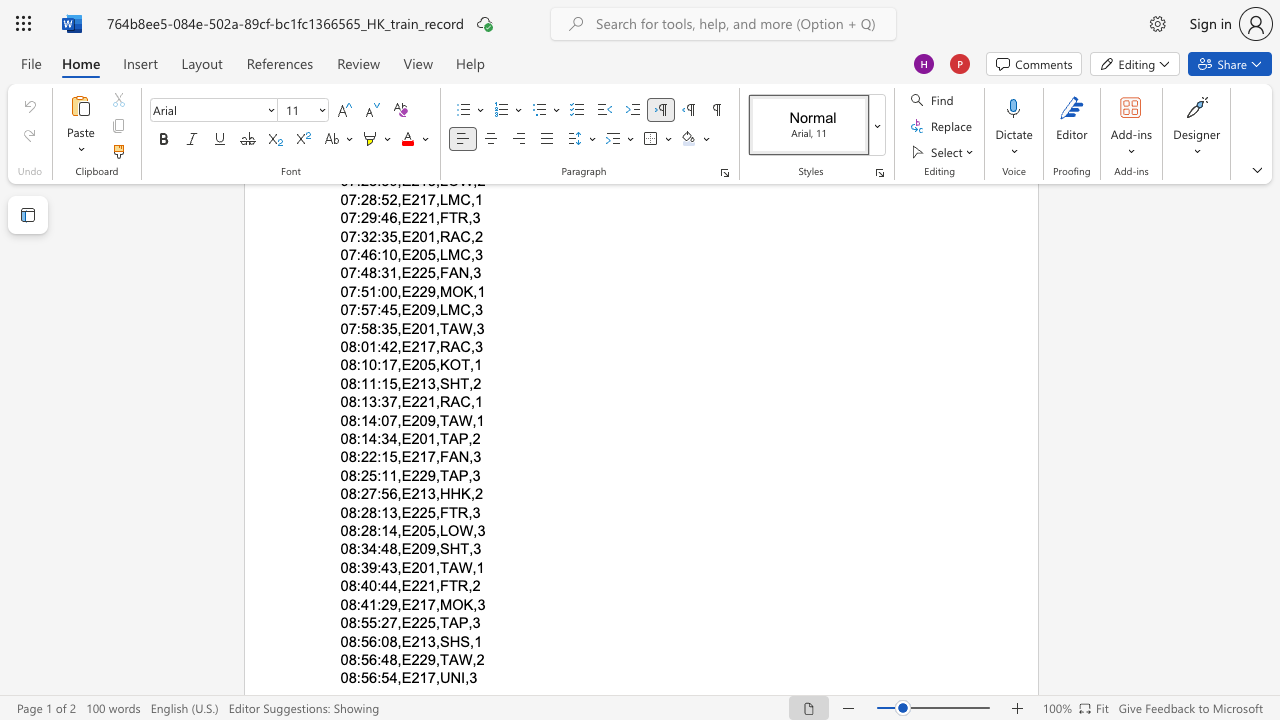  What do you see at coordinates (447, 438) in the screenshot?
I see `the subset text "AP,2" within the text "08:14:34,E201,TAP,2"` at bounding box center [447, 438].